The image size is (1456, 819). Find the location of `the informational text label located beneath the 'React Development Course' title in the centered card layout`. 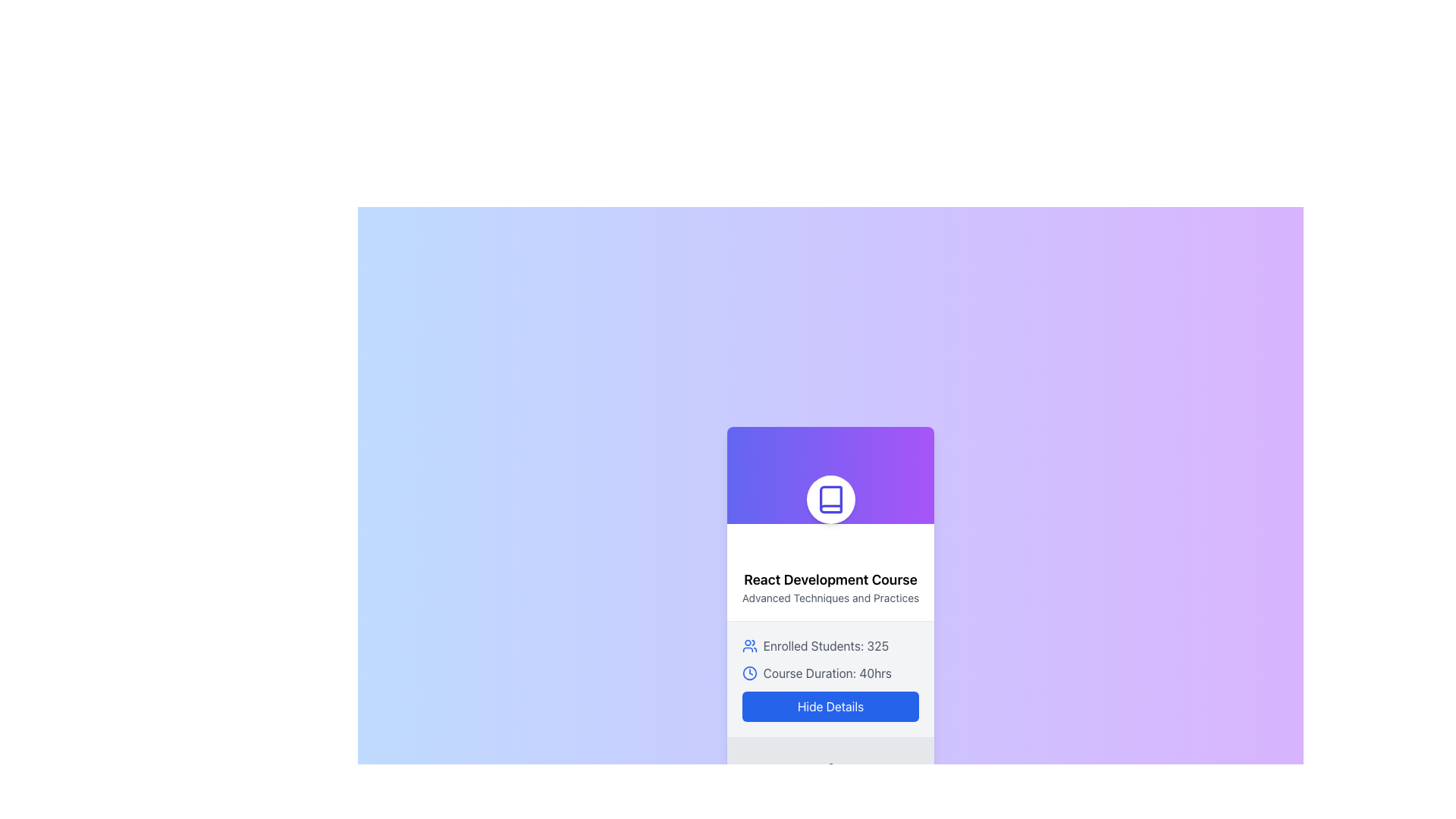

the informational text label located beneath the 'React Development Course' title in the centered card layout is located at coordinates (830, 598).